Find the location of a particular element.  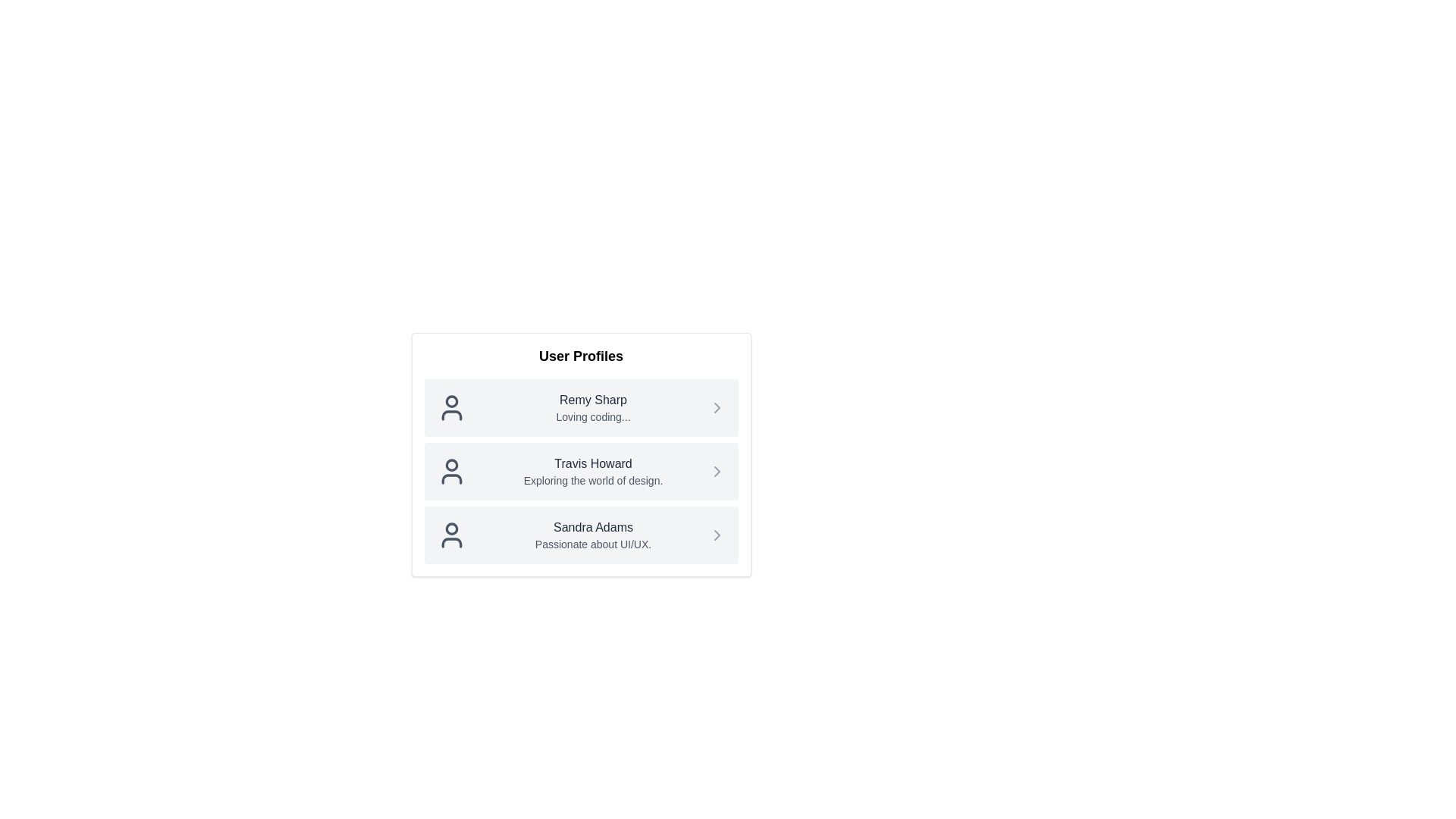

the user profile text block displaying 'Sandra Adams' with a bold font and 'Passionate about UI/UX.' styled in a lighter font, which is the third item in the vertical list of user profiles is located at coordinates (592, 534).